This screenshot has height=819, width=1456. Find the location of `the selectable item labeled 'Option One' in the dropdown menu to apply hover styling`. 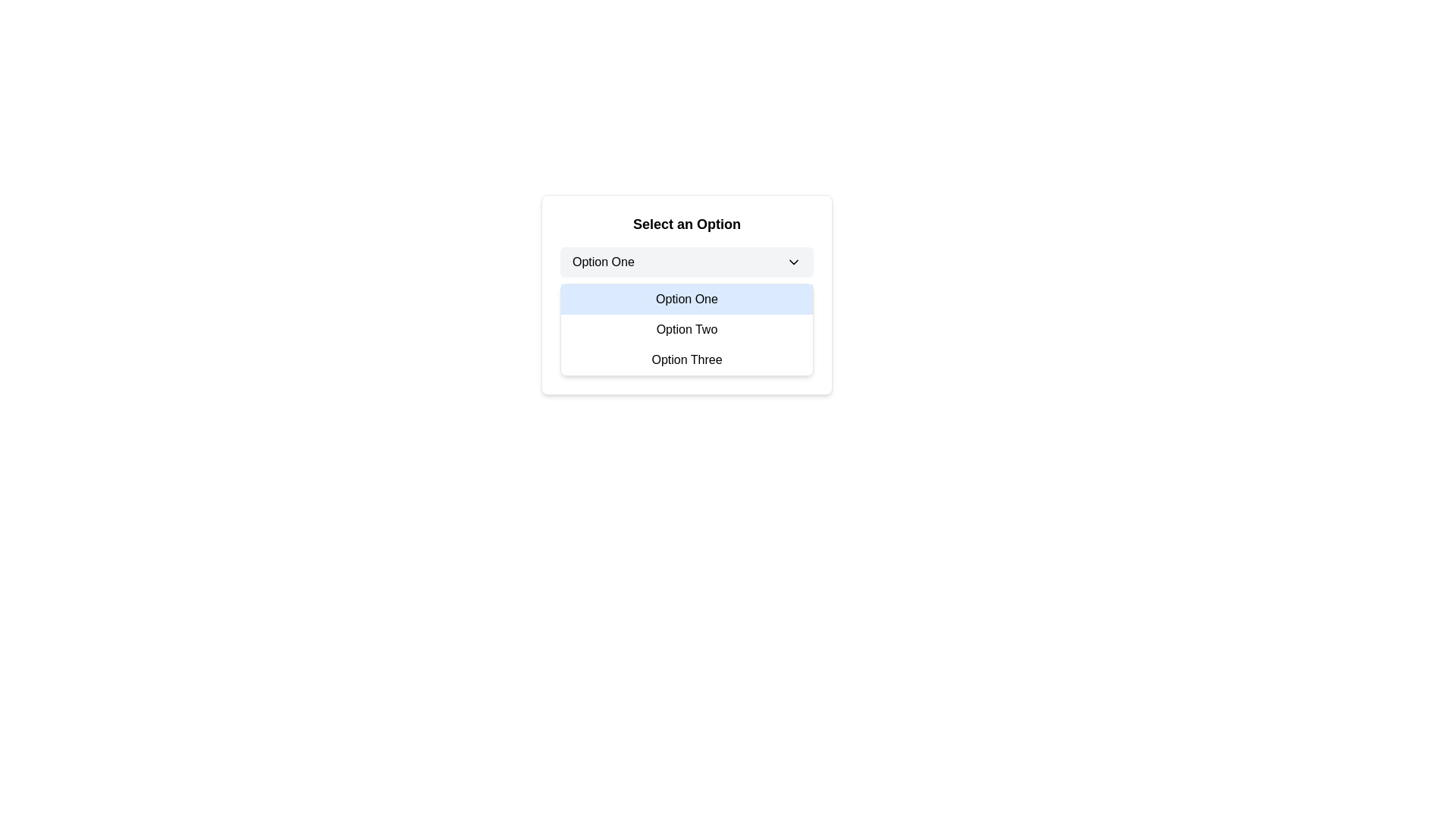

the selectable item labeled 'Option One' in the dropdown menu to apply hover styling is located at coordinates (686, 299).